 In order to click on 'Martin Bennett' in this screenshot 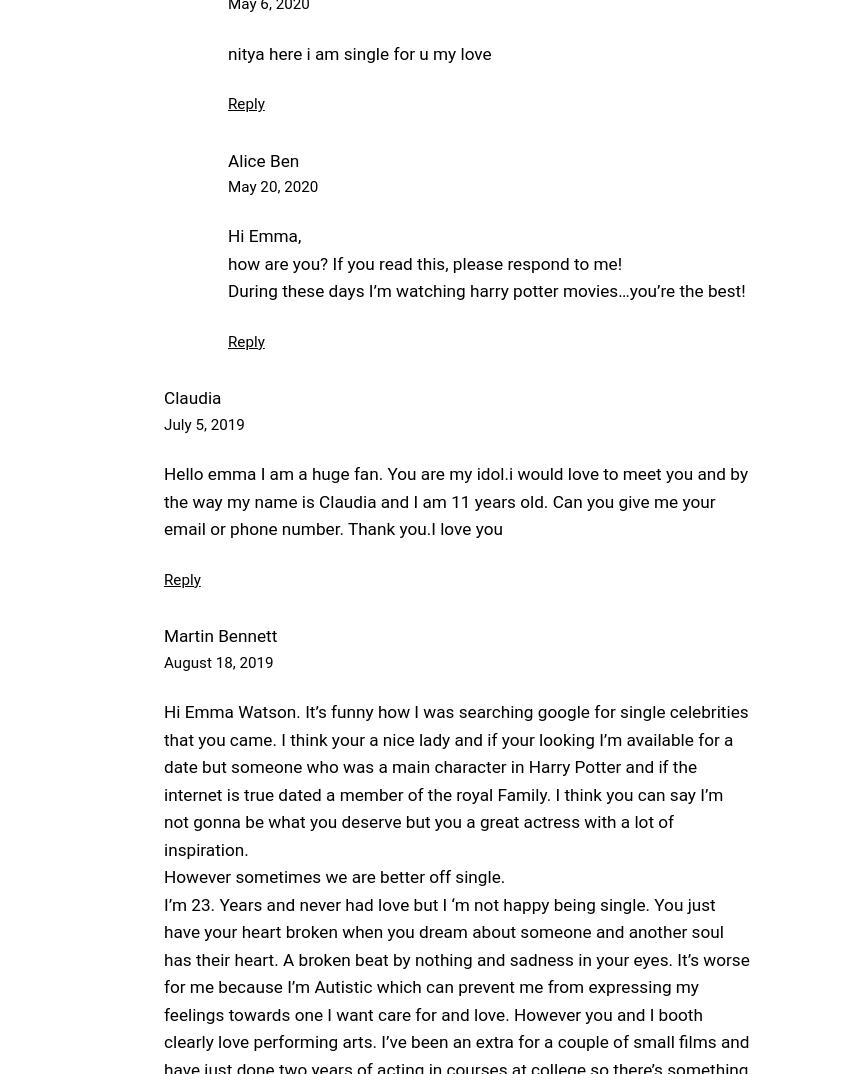, I will do `click(163, 636)`.